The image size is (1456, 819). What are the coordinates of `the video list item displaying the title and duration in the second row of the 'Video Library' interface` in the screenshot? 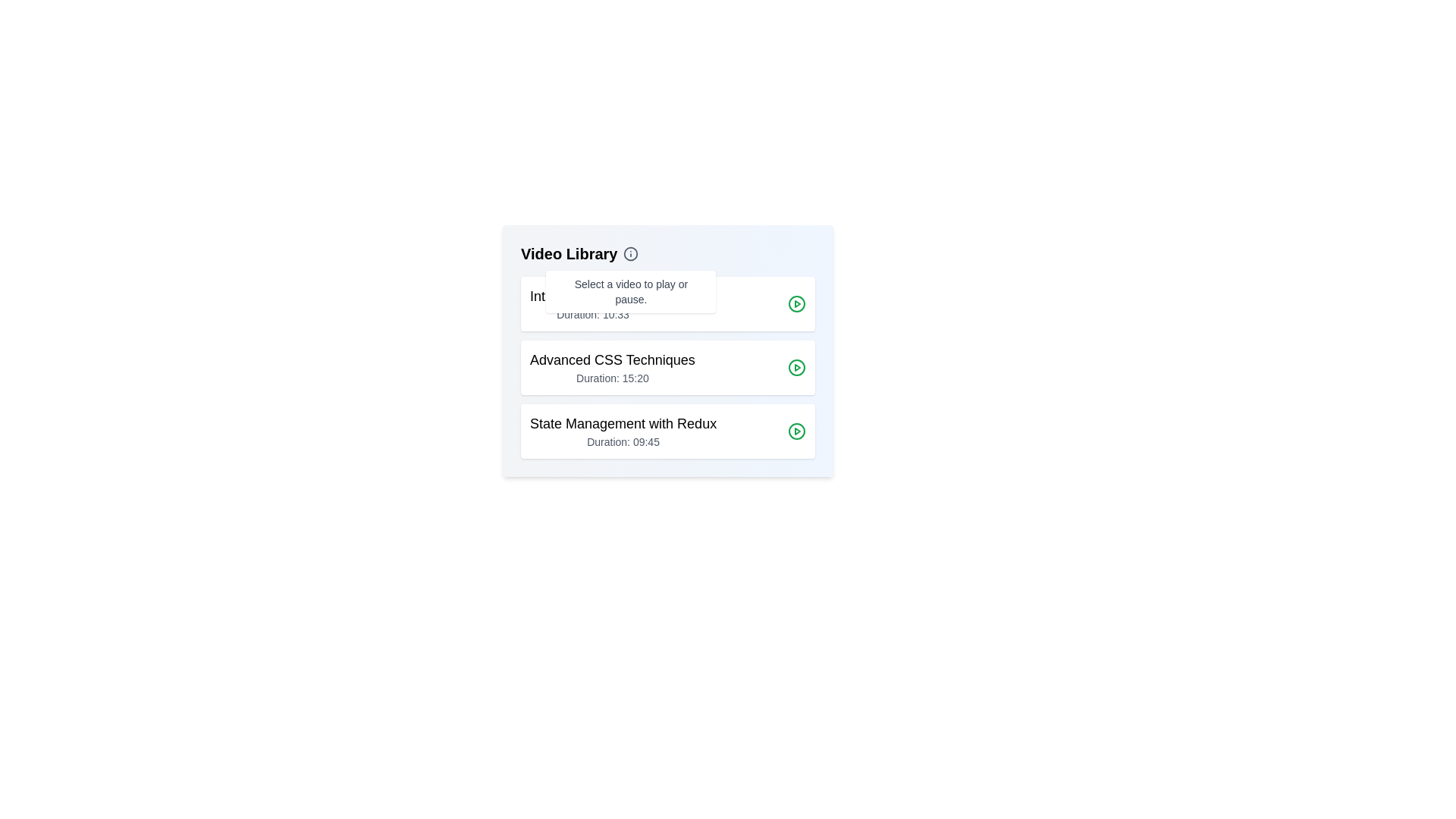 It's located at (612, 368).